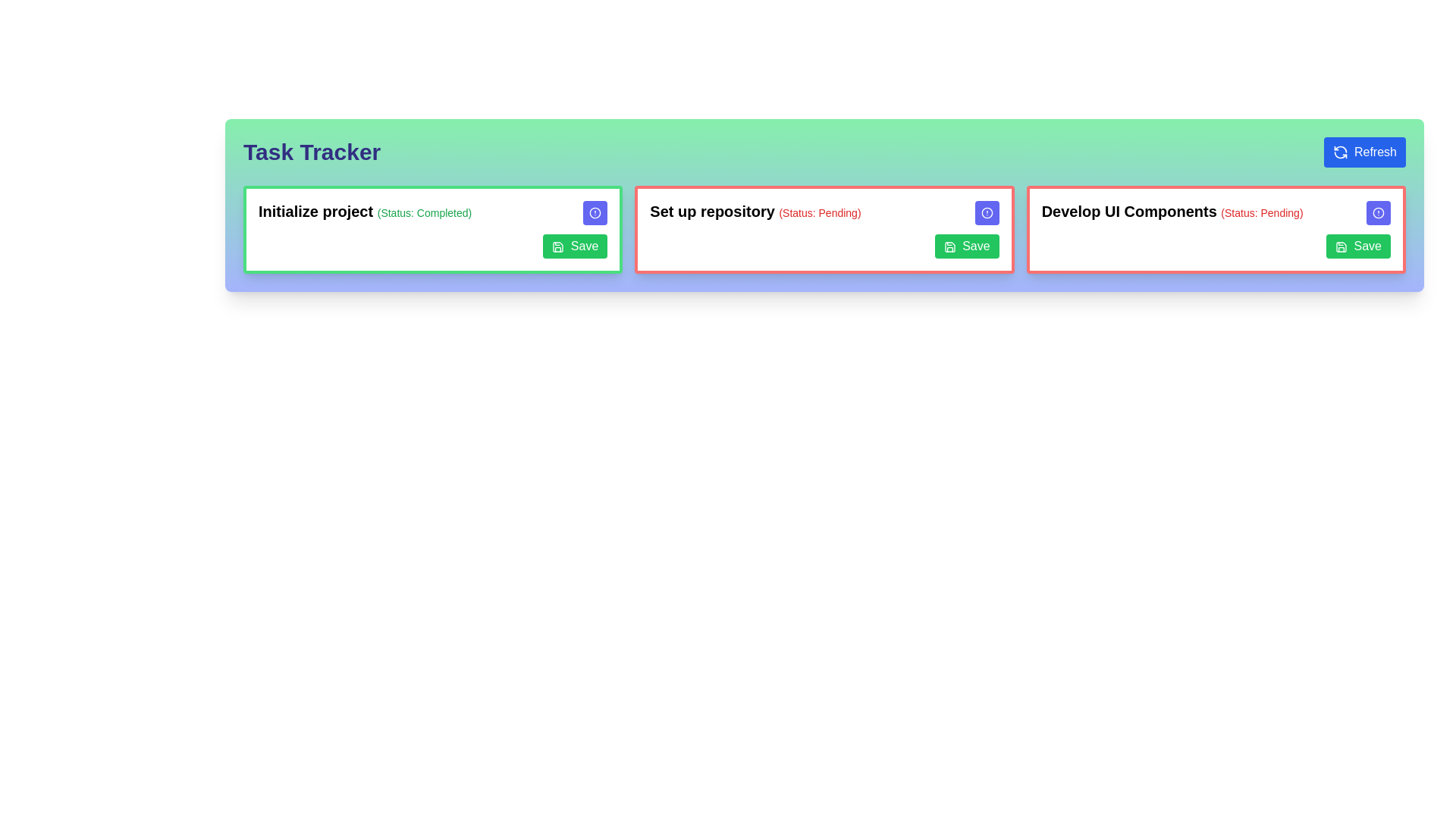  What do you see at coordinates (755, 213) in the screenshot?
I see `the title text element displaying 'Set up repository (Status: Pending)', which is located at the top-center of the second task card from the left` at bounding box center [755, 213].